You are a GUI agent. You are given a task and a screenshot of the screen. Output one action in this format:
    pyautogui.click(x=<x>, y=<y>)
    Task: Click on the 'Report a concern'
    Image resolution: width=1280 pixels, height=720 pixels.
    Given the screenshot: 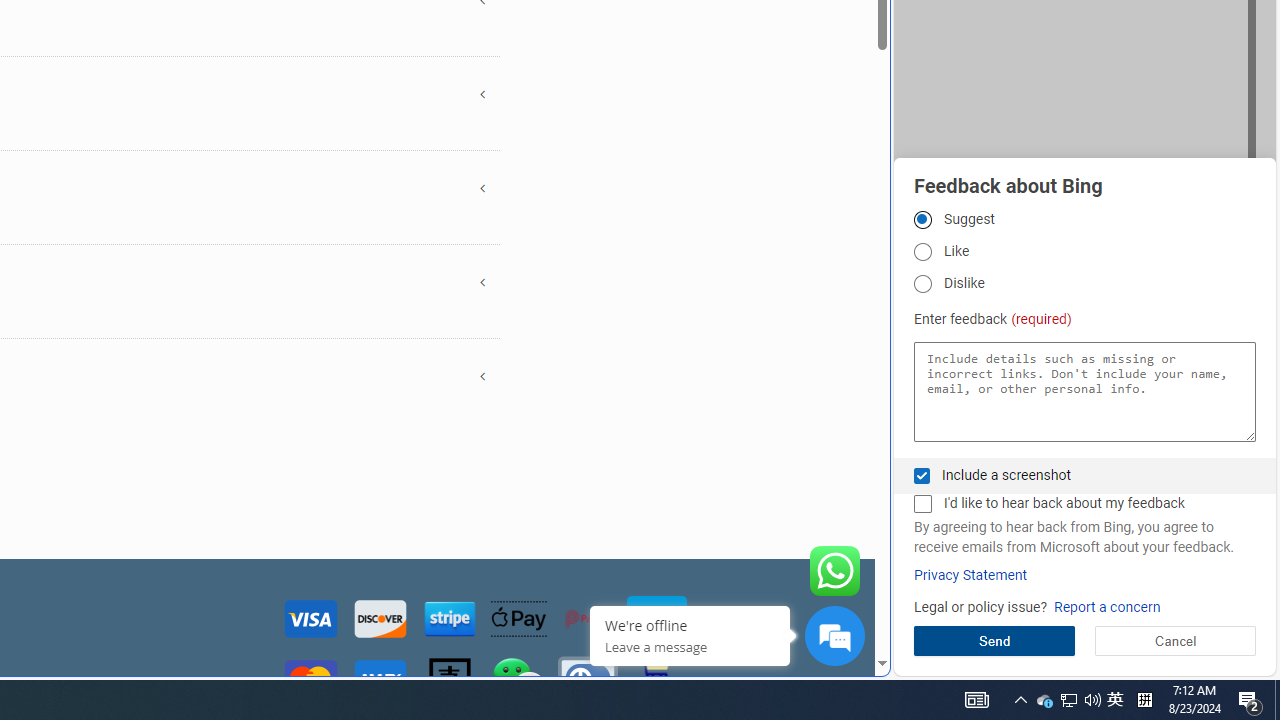 What is the action you would take?
    pyautogui.click(x=1106, y=606)
    